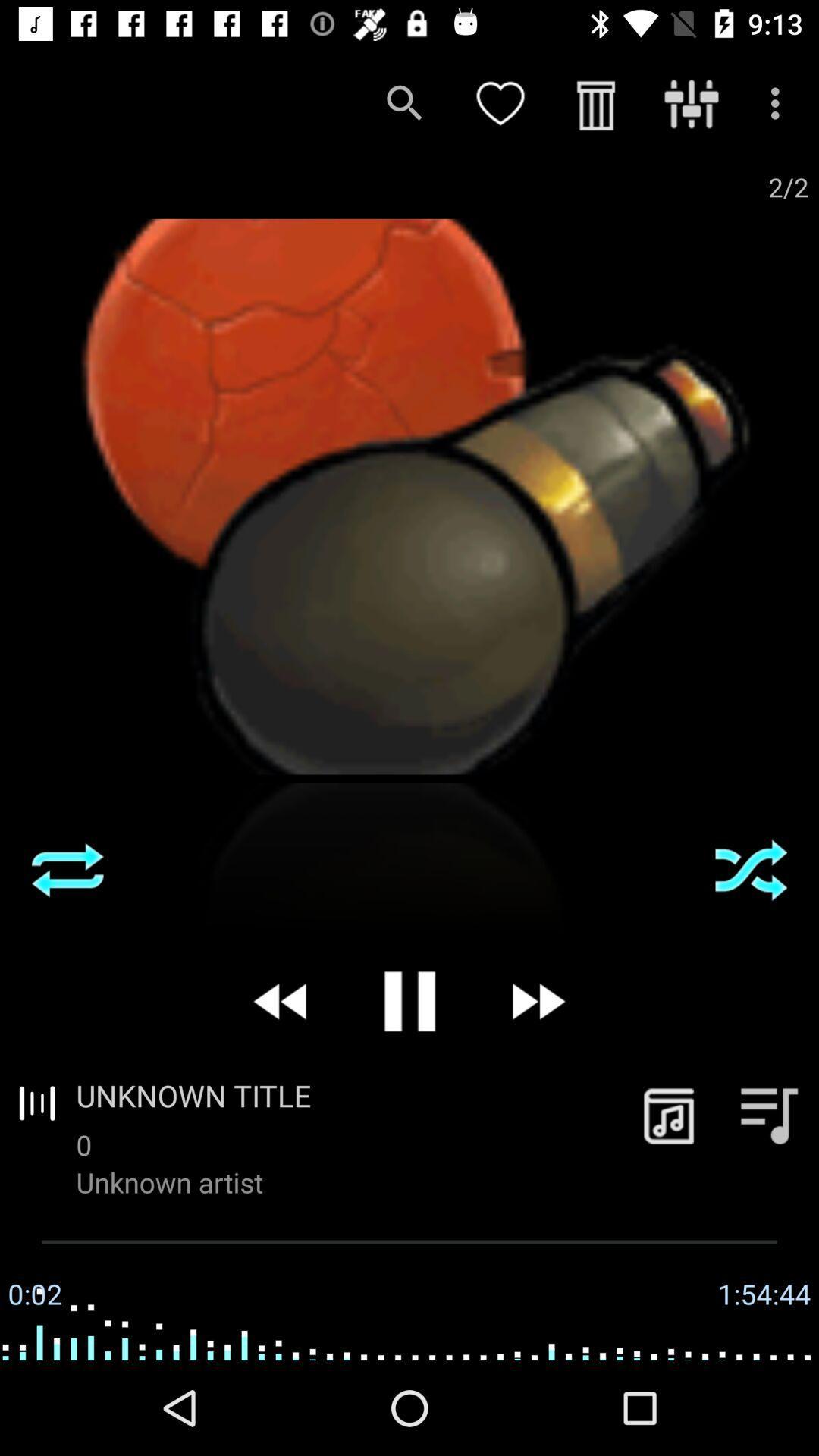 The height and width of the screenshot is (1456, 819). Describe the element at coordinates (751, 870) in the screenshot. I see `press the shuffle` at that location.